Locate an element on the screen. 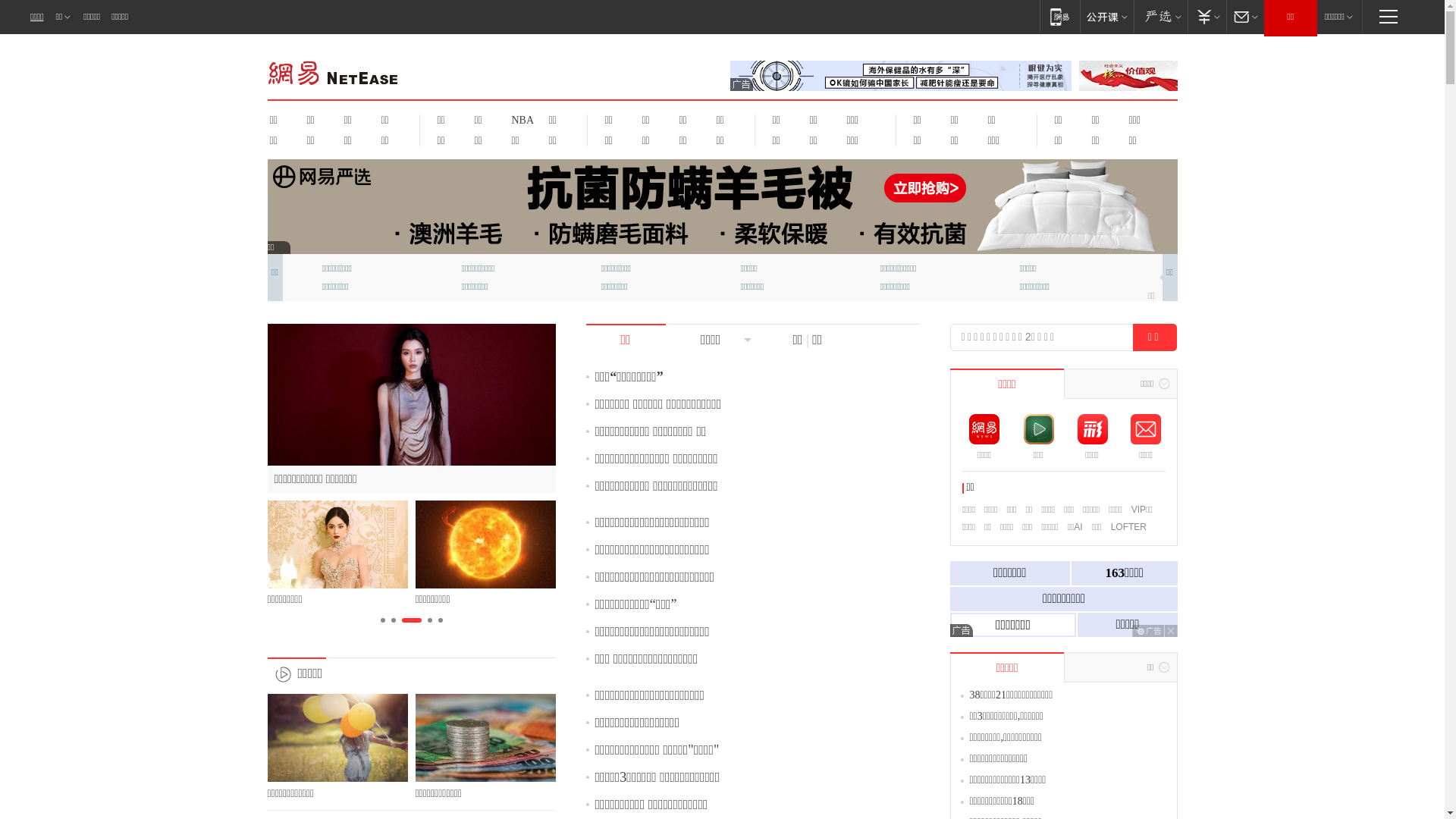 The height and width of the screenshot is (819, 1456). 'LOFTER' is located at coordinates (1128, 526).